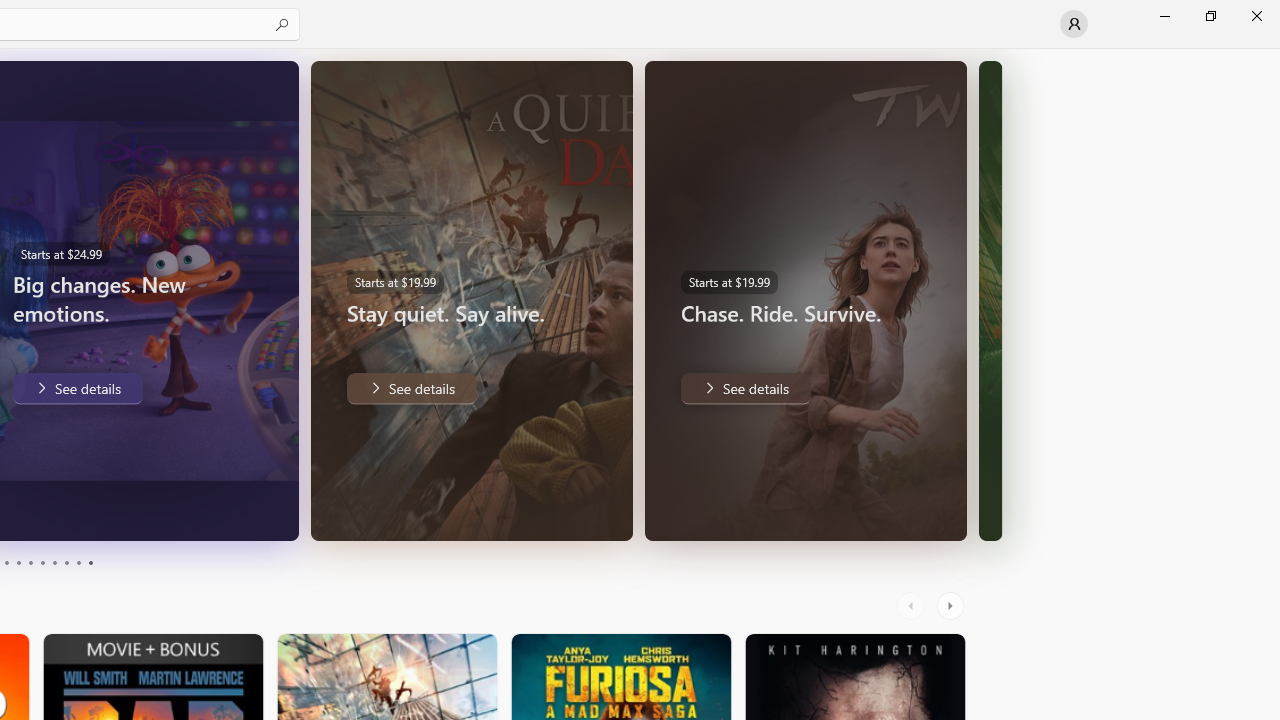 This screenshot has height=720, width=1280. What do you see at coordinates (912, 605) in the screenshot?
I see `'AutomationID: LeftScrollButton'` at bounding box center [912, 605].